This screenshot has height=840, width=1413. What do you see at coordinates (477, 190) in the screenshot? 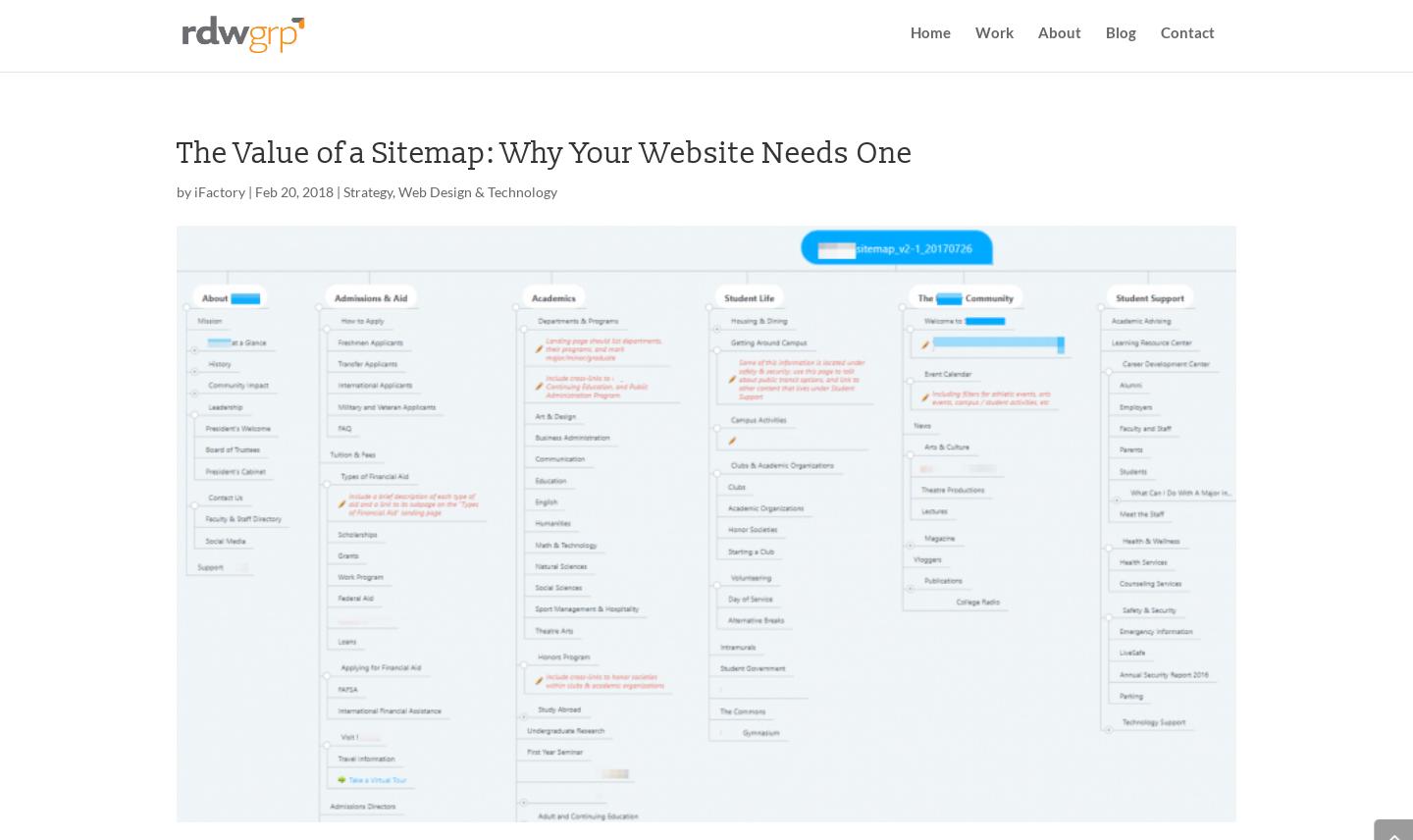
I see `'Web Design & Technology'` at bounding box center [477, 190].